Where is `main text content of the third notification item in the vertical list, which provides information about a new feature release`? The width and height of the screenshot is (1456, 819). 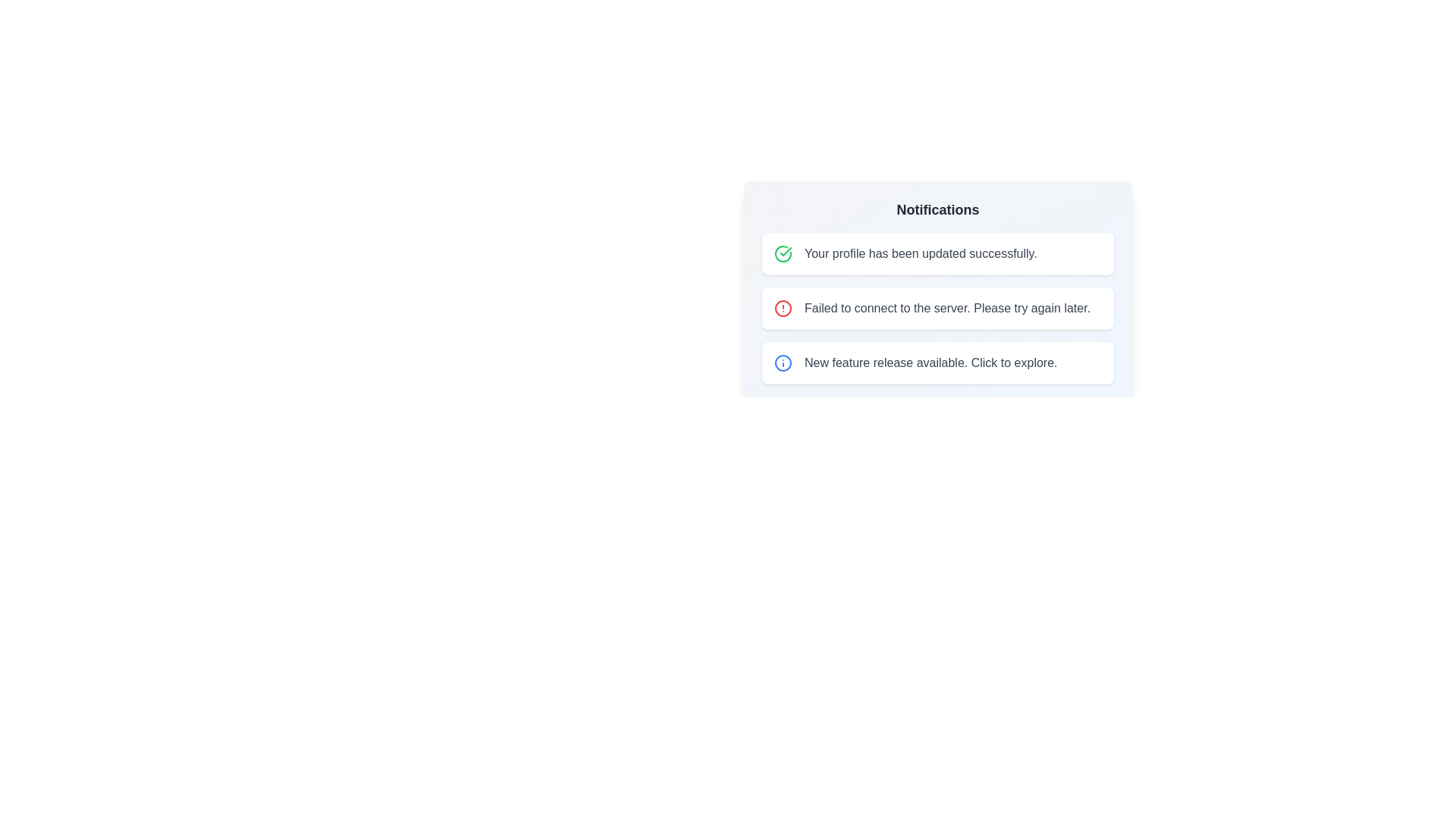 main text content of the third notification item in the vertical list, which provides information about a new feature release is located at coordinates (930, 362).